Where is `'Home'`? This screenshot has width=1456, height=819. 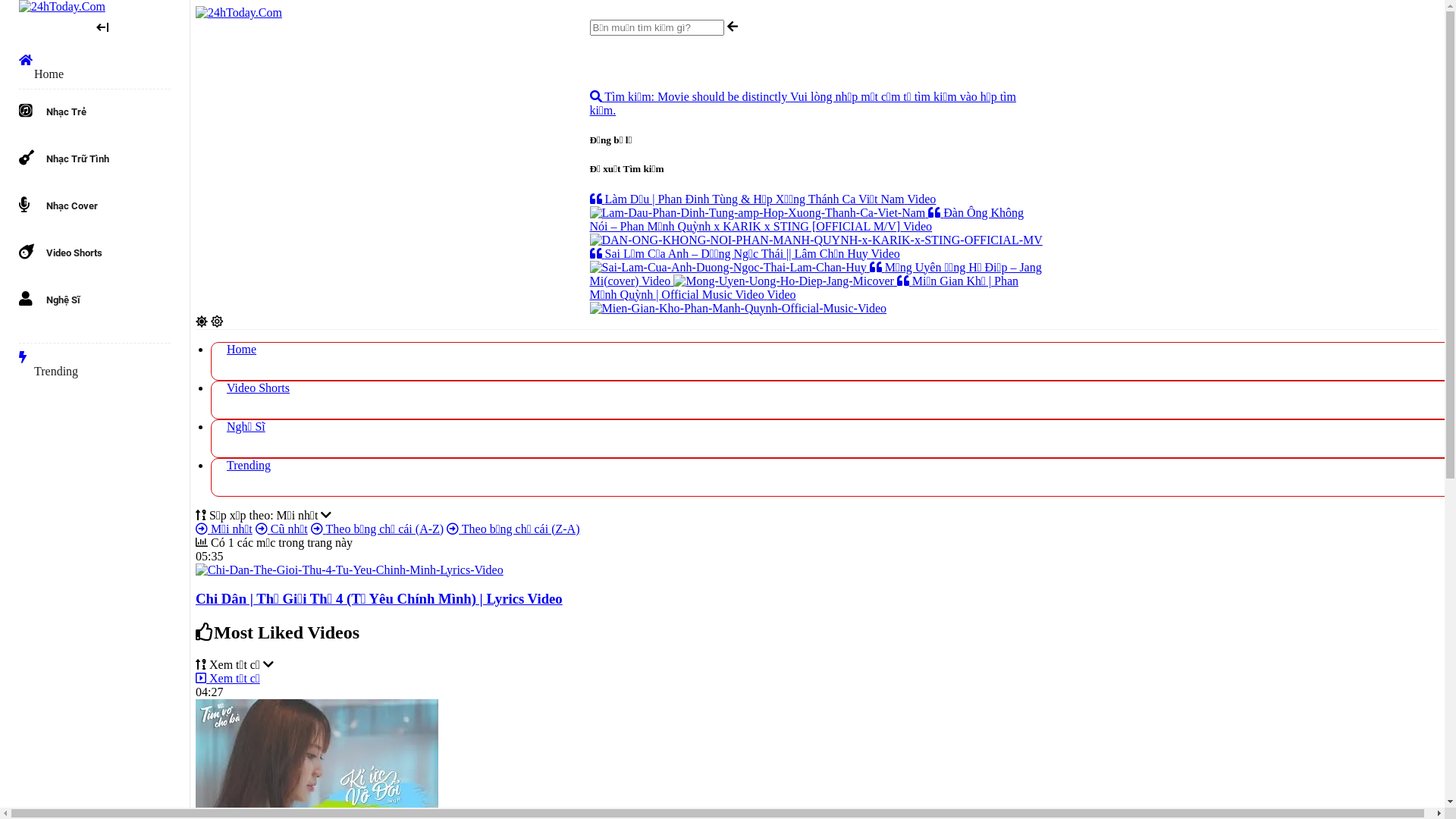
'Home' is located at coordinates (240, 349).